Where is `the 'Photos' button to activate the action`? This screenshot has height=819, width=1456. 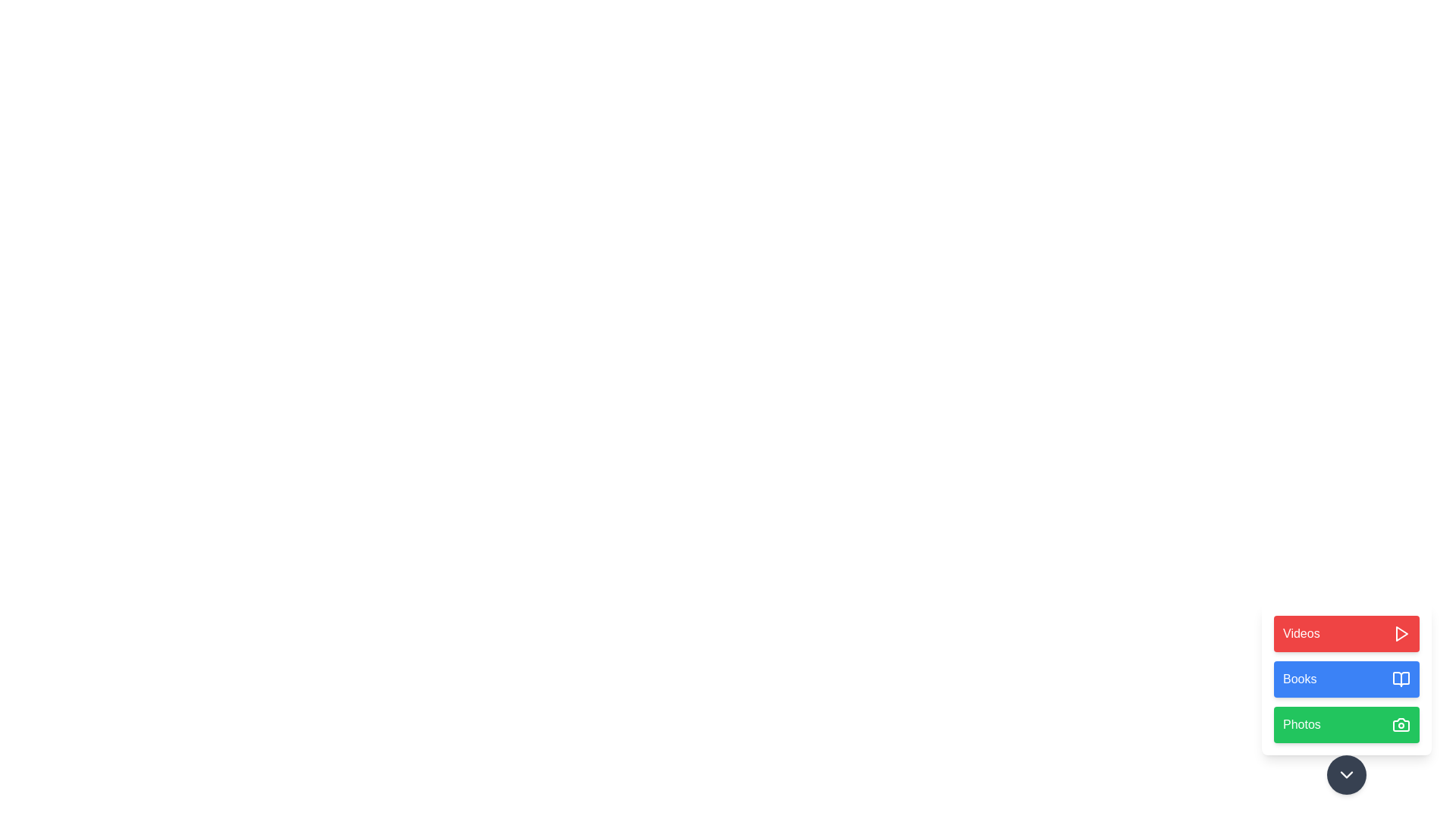 the 'Photos' button to activate the action is located at coordinates (1347, 724).